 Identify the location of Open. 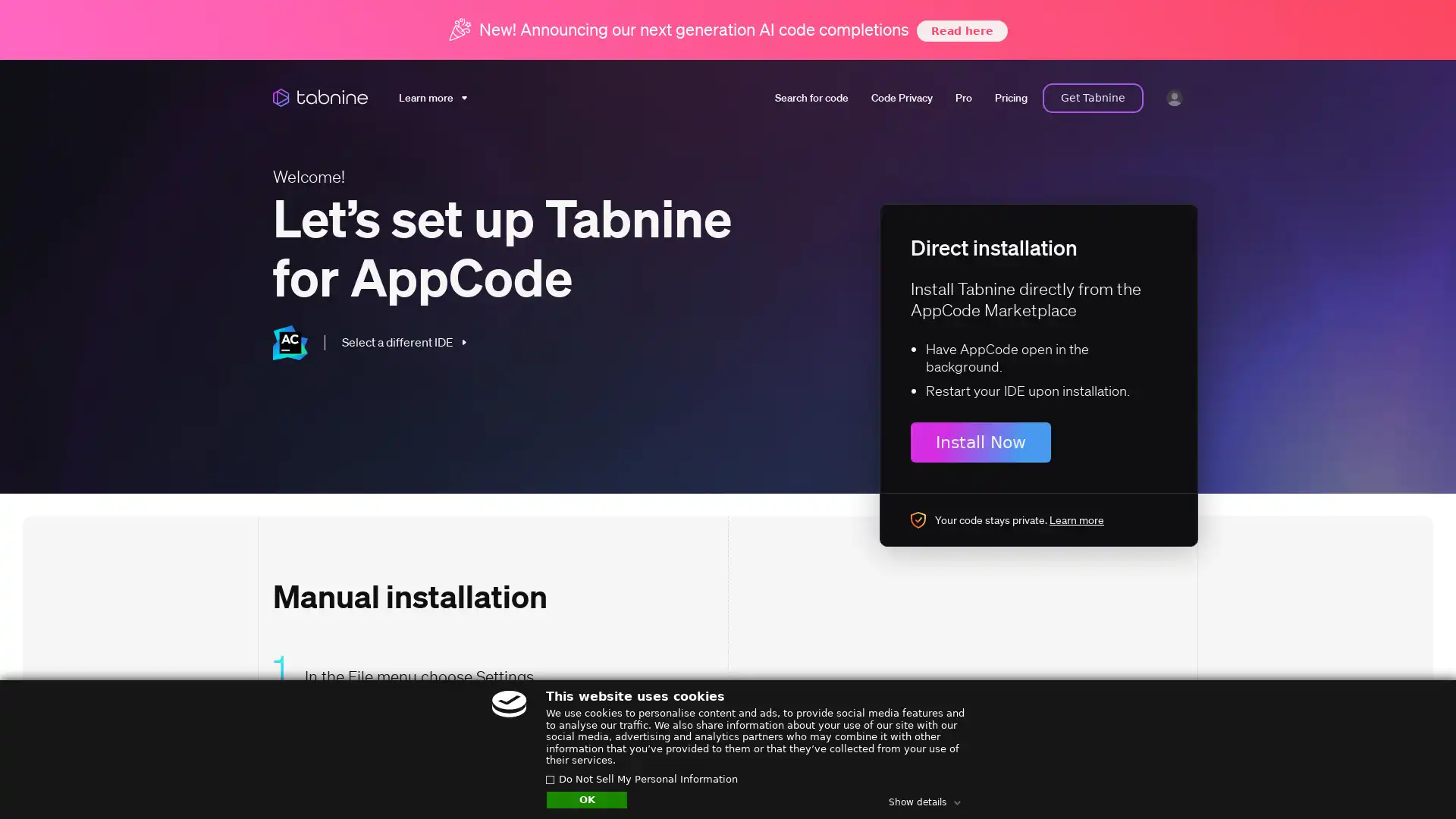
(1410, 778).